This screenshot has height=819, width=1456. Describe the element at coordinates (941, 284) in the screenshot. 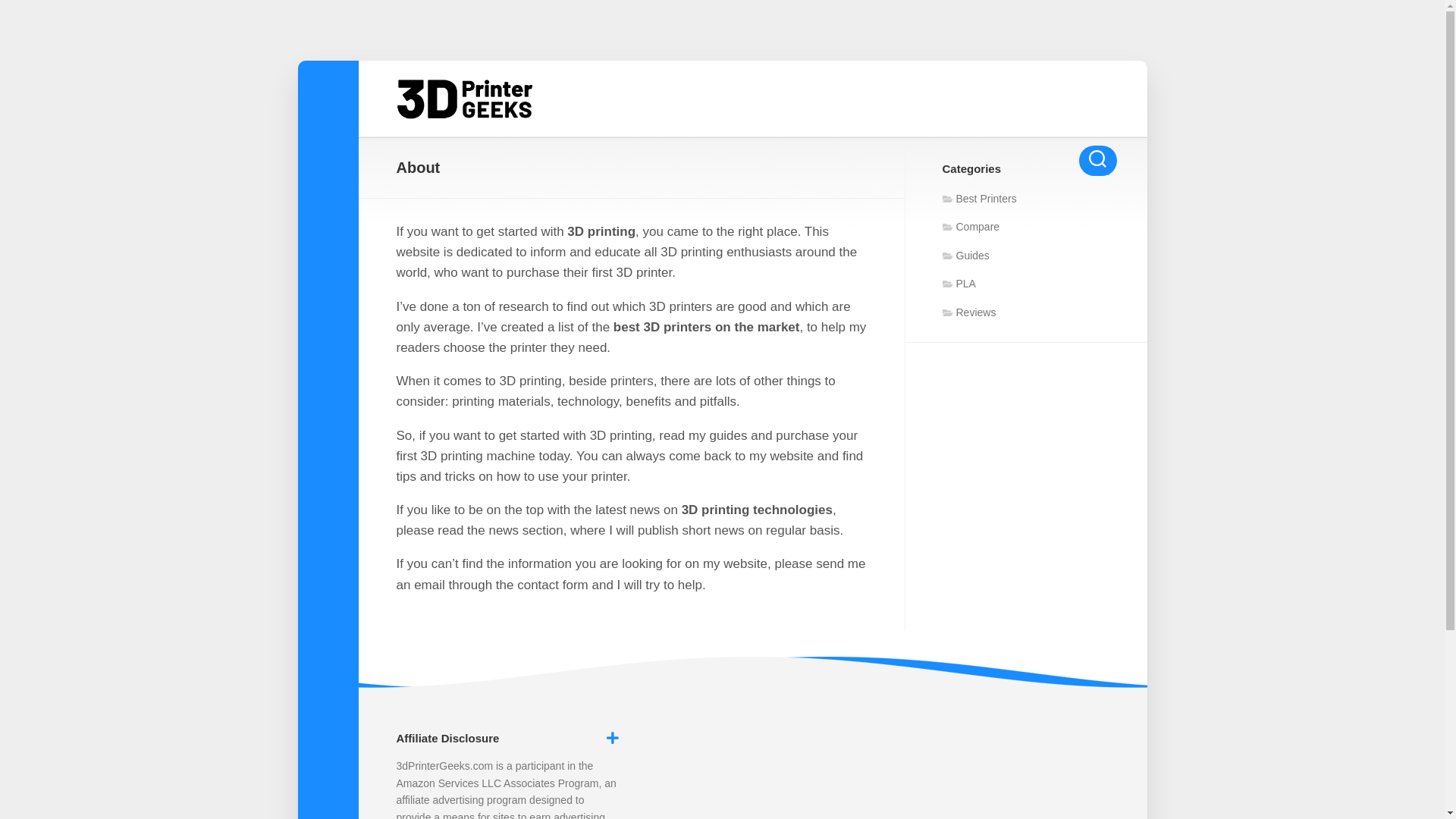

I see `'PLA'` at that location.